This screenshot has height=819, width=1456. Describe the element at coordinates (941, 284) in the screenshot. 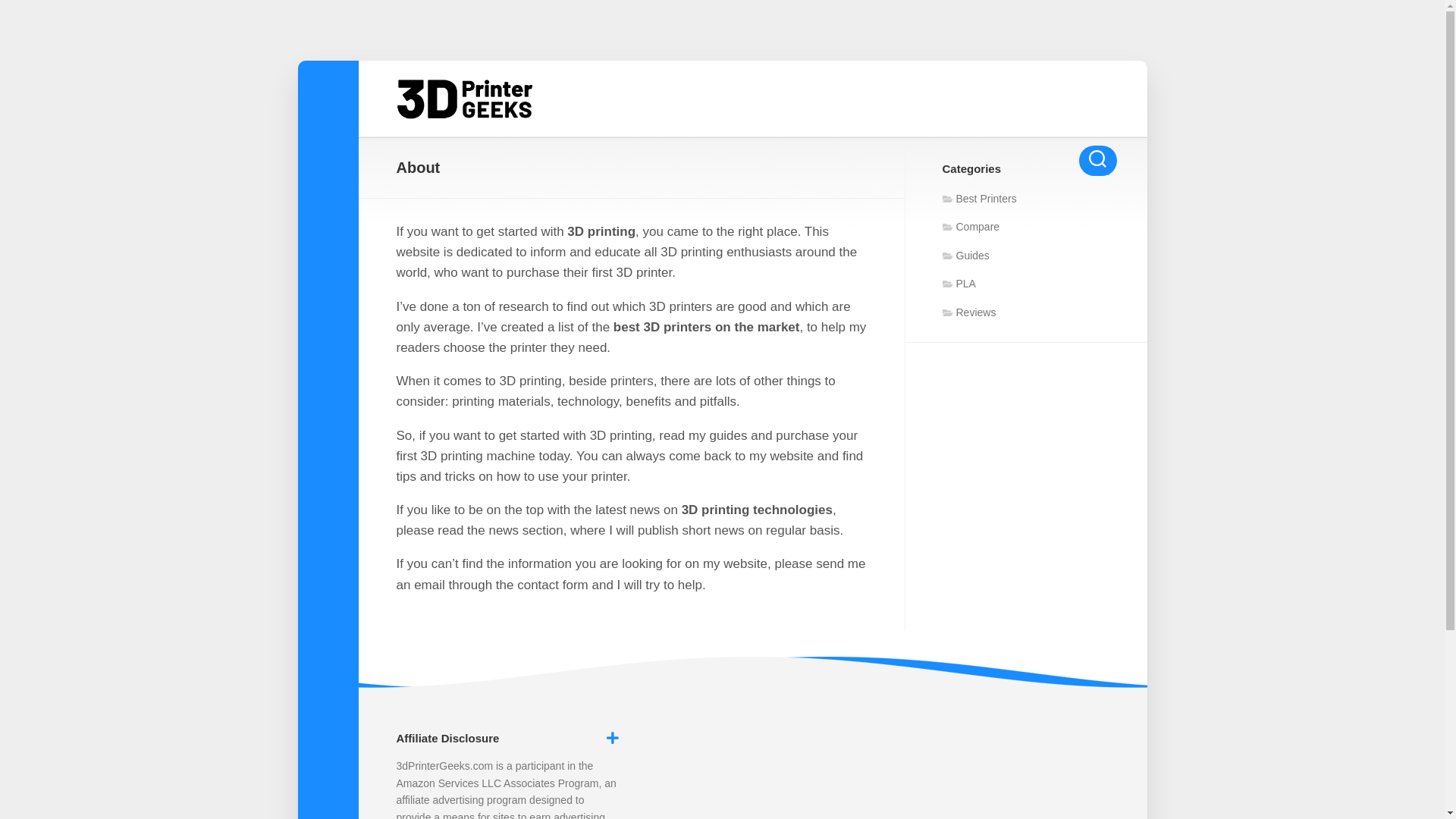

I see `'PLA'` at that location.